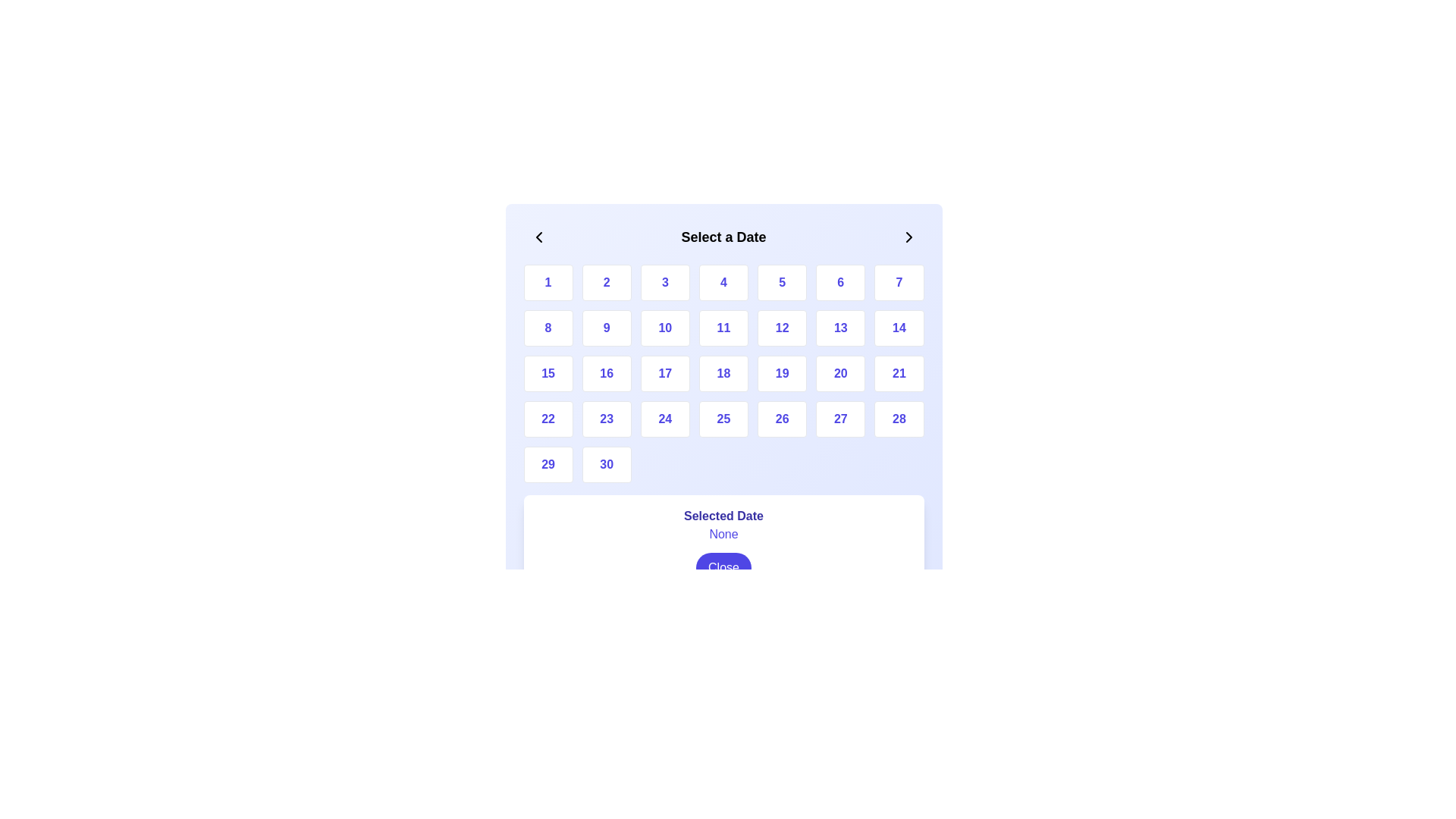 This screenshot has height=819, width=1456. Describe the element at coordinates (723, 327) in the screenshot. I see `the button in the calendar interface` at that location.